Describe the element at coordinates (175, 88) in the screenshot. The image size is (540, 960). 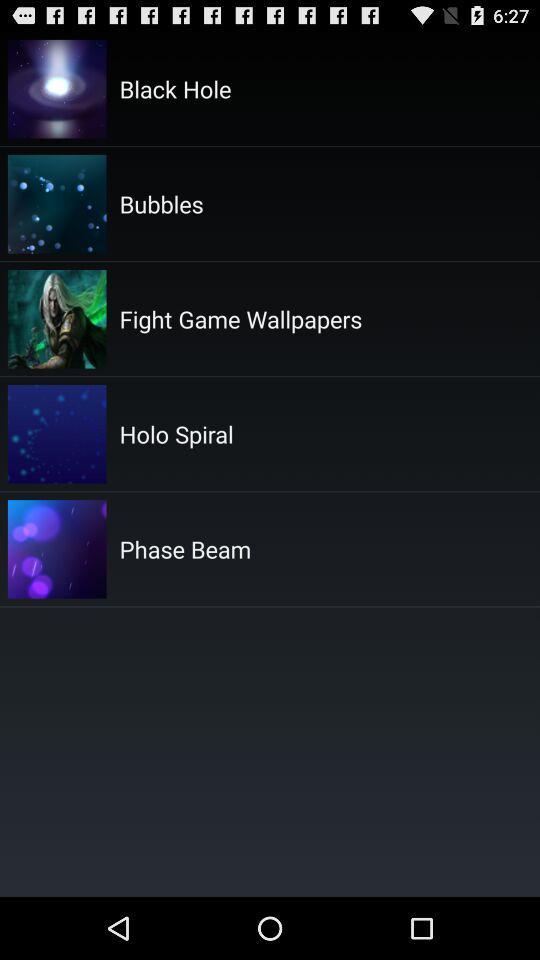
I see `black hole app` at that location.